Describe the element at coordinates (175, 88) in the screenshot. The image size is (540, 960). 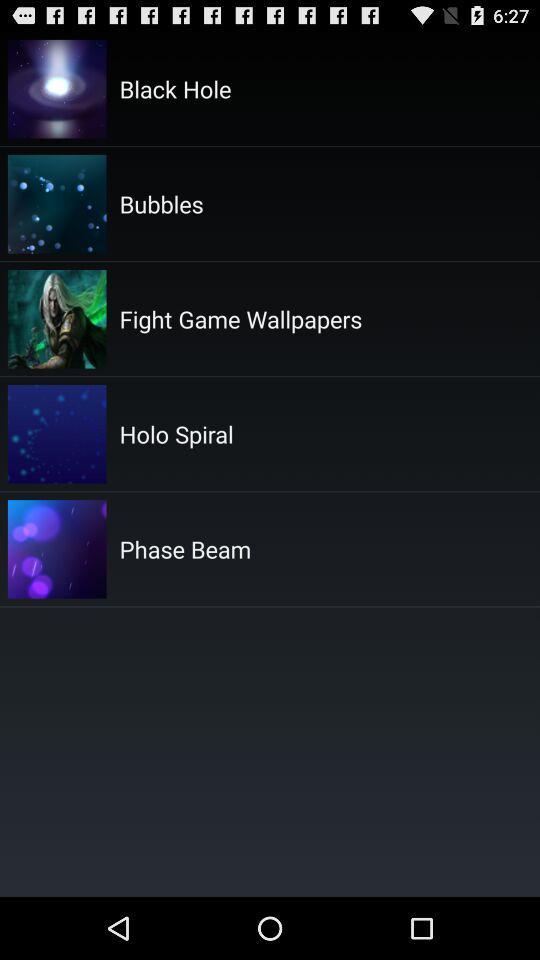
I see `black hole app` at that location.